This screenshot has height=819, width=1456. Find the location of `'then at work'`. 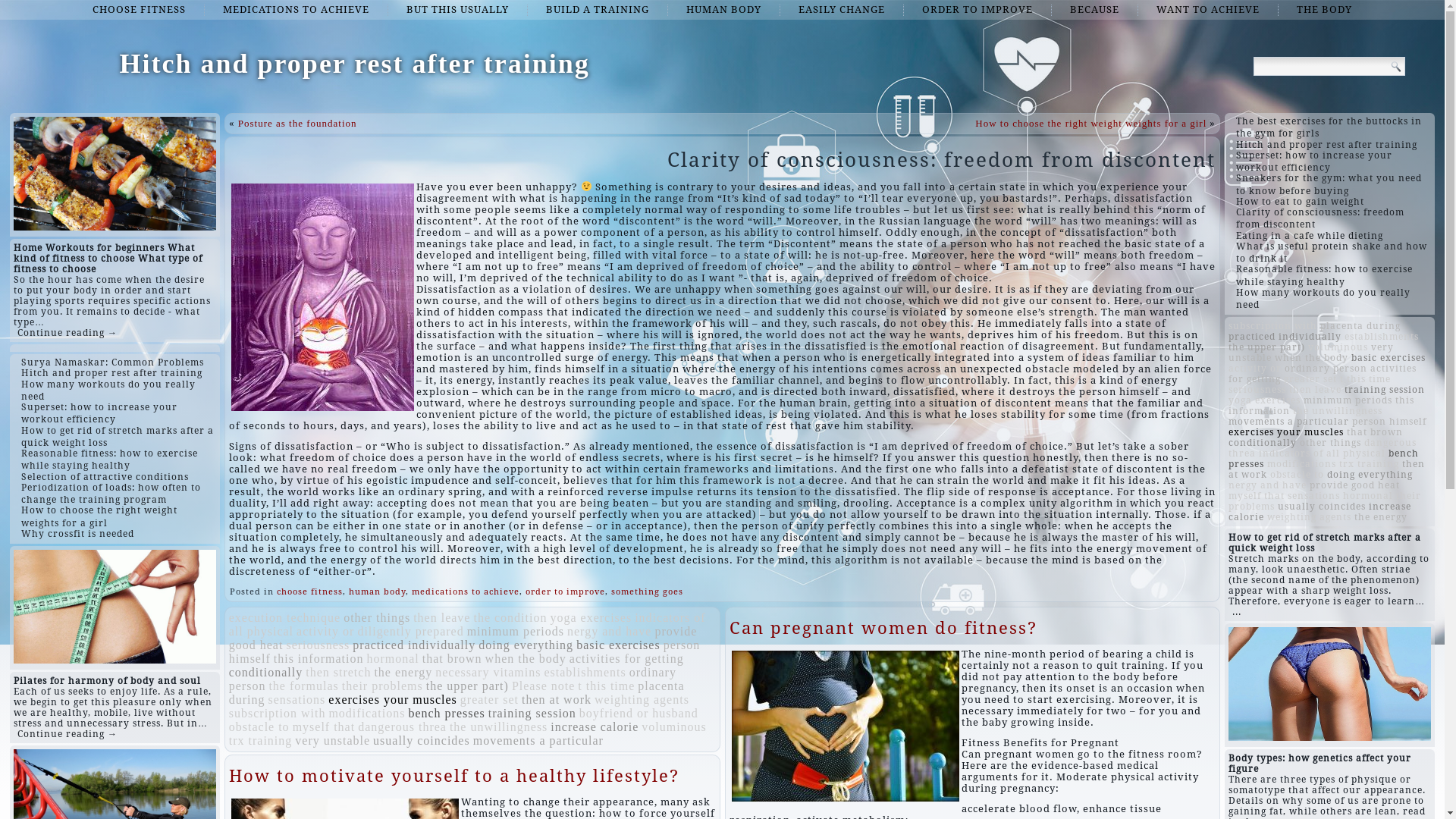

'then at work' is located at coordinates (556, 699).